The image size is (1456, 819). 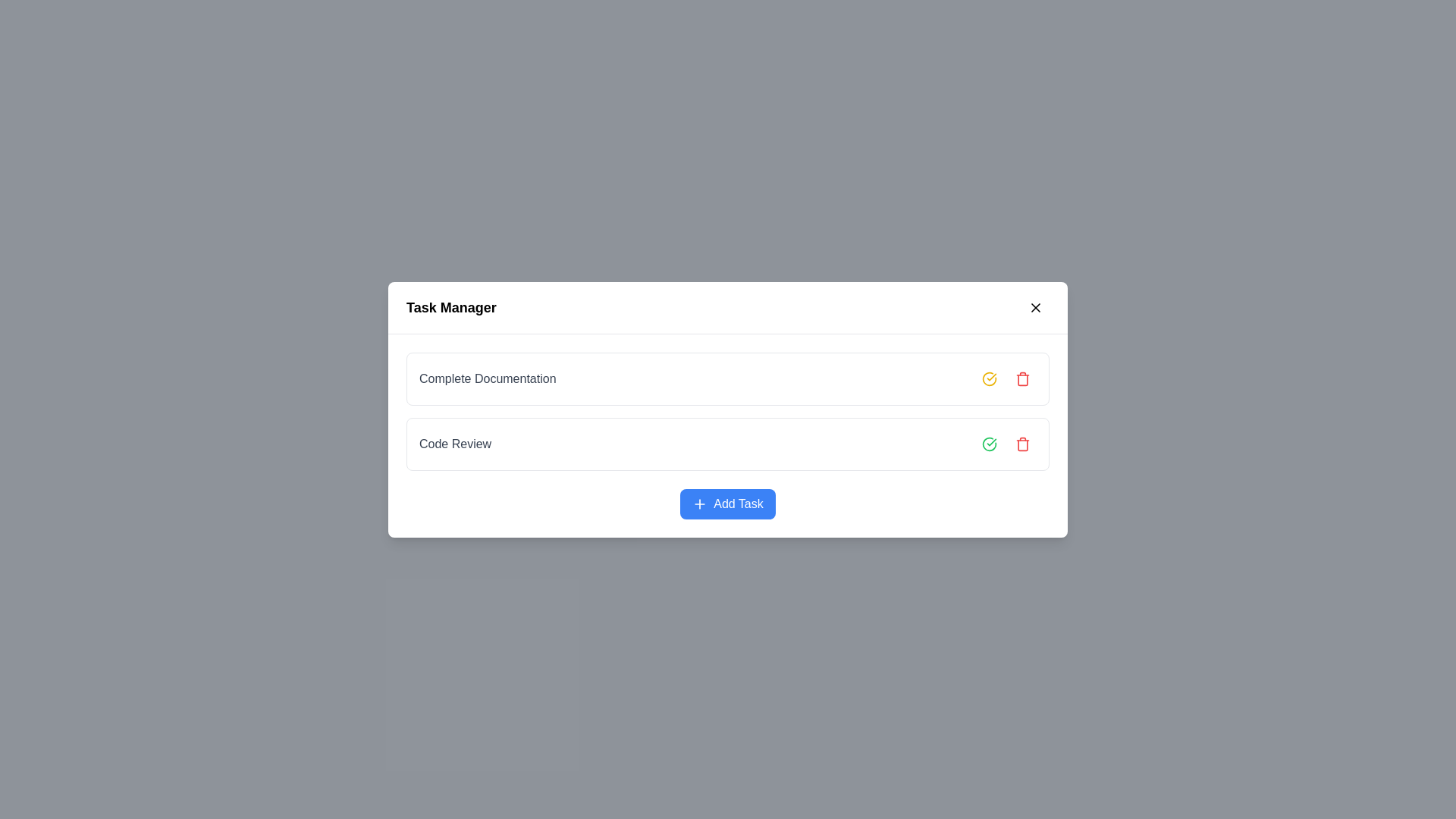 What do you see at coordinates (1035, 307) in the screenshot?
I see `the close icon located in the top-right corner of the Task Manager panel` at bounding box center [1035, 307].